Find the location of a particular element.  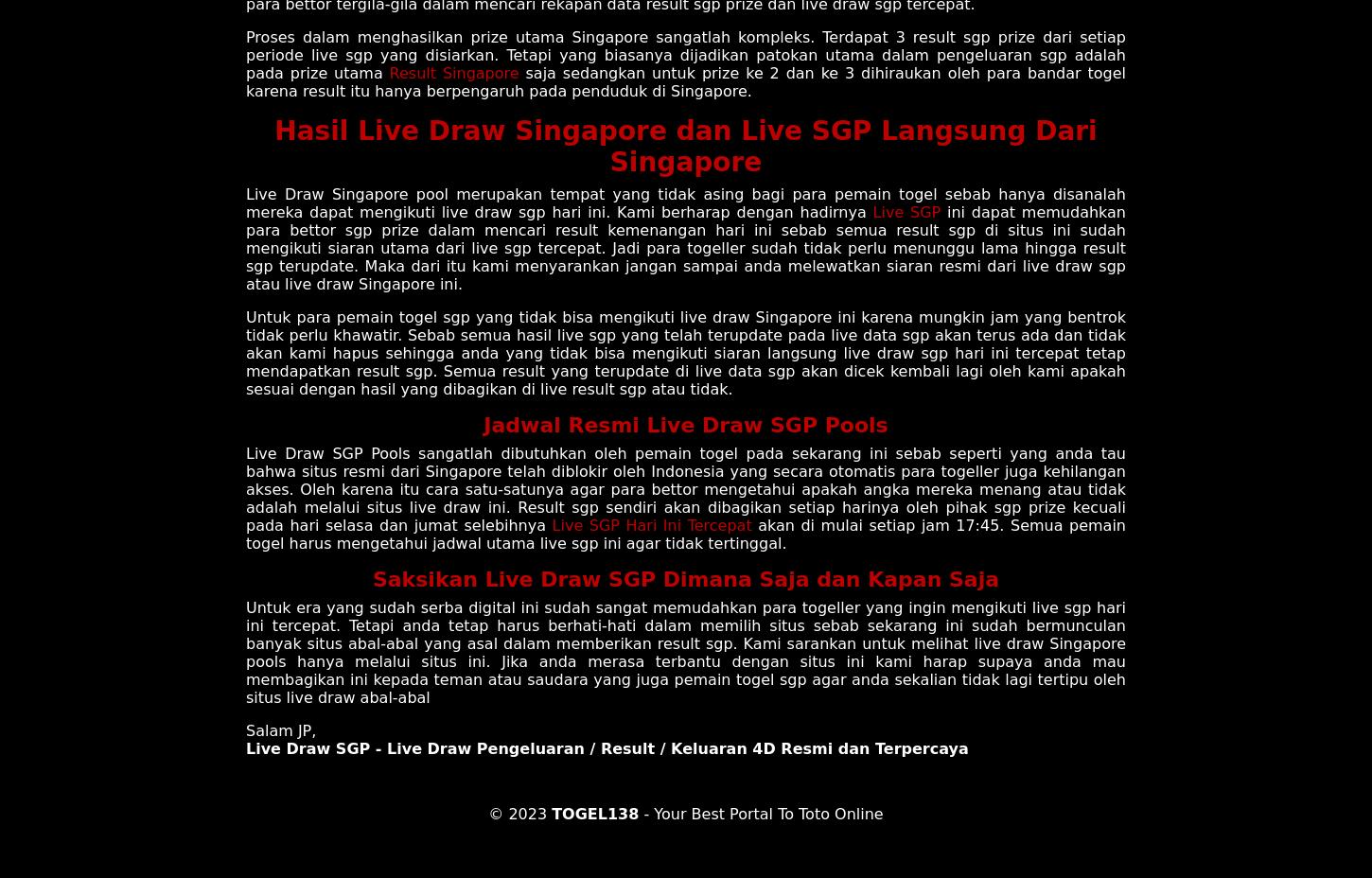

'- Your Best Portal To Toto Online' is located at coordinates (761, 813).